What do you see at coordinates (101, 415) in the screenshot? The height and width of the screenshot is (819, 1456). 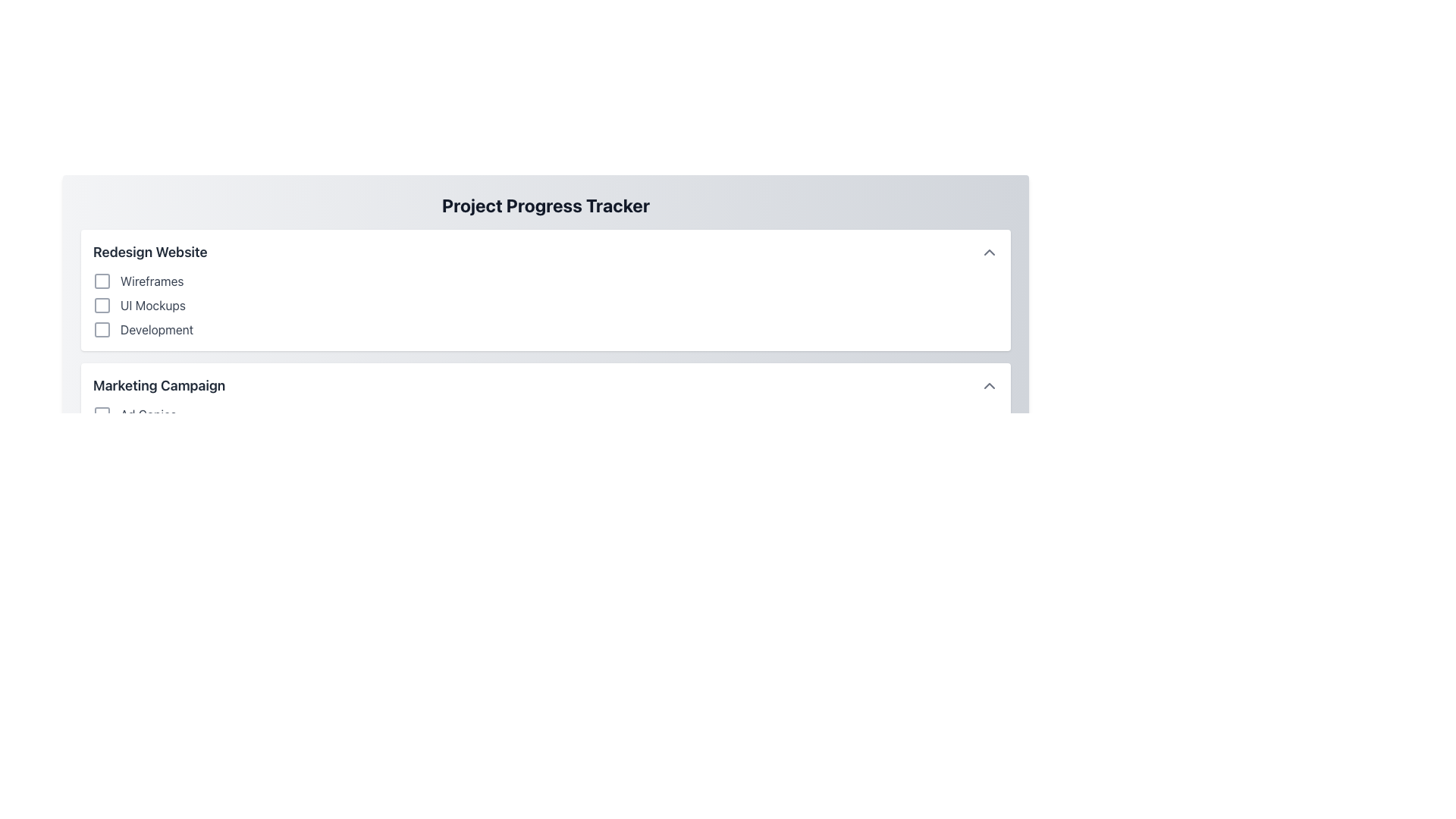 I see `the checkbox located within the 'Marketing Campaign' section, adjacent to the 'Ad Series' option` at bounding box center [101, 415].